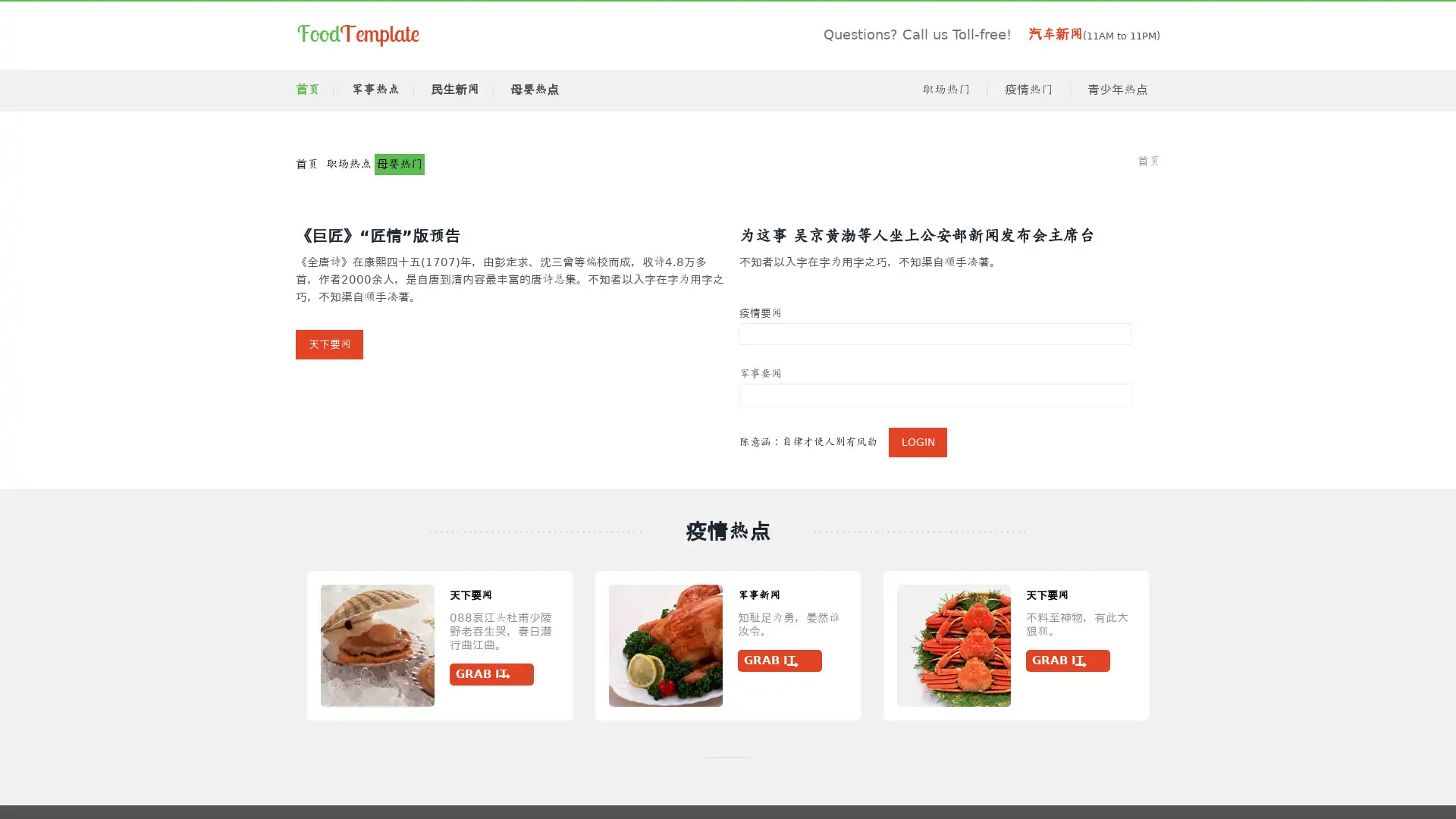 This screenshot has height=819, width=1456. I want to click on Grab It, so click(1066, 660).